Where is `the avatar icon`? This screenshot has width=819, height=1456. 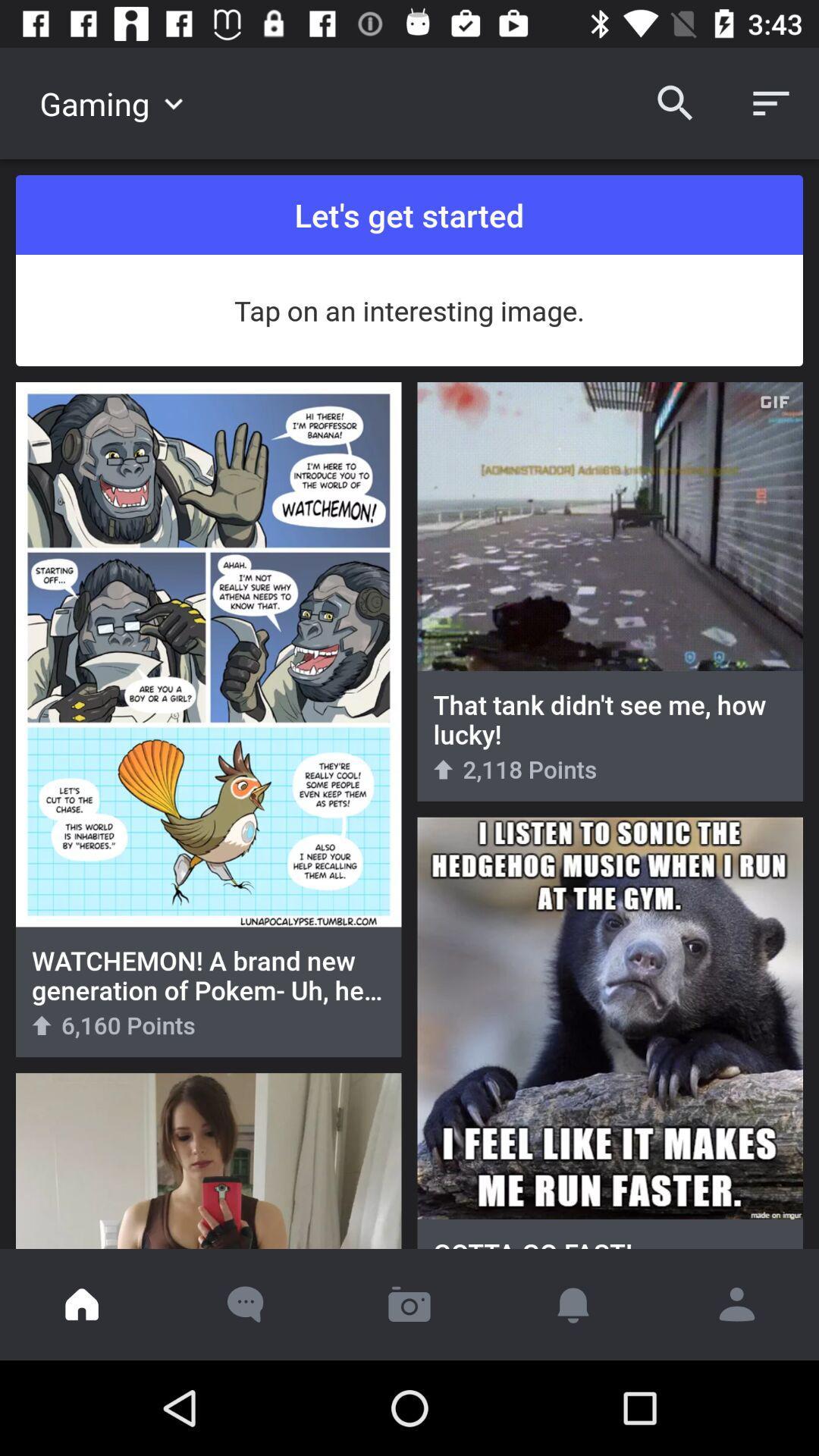 the avatar icon is located at coordinates (736, 1304).